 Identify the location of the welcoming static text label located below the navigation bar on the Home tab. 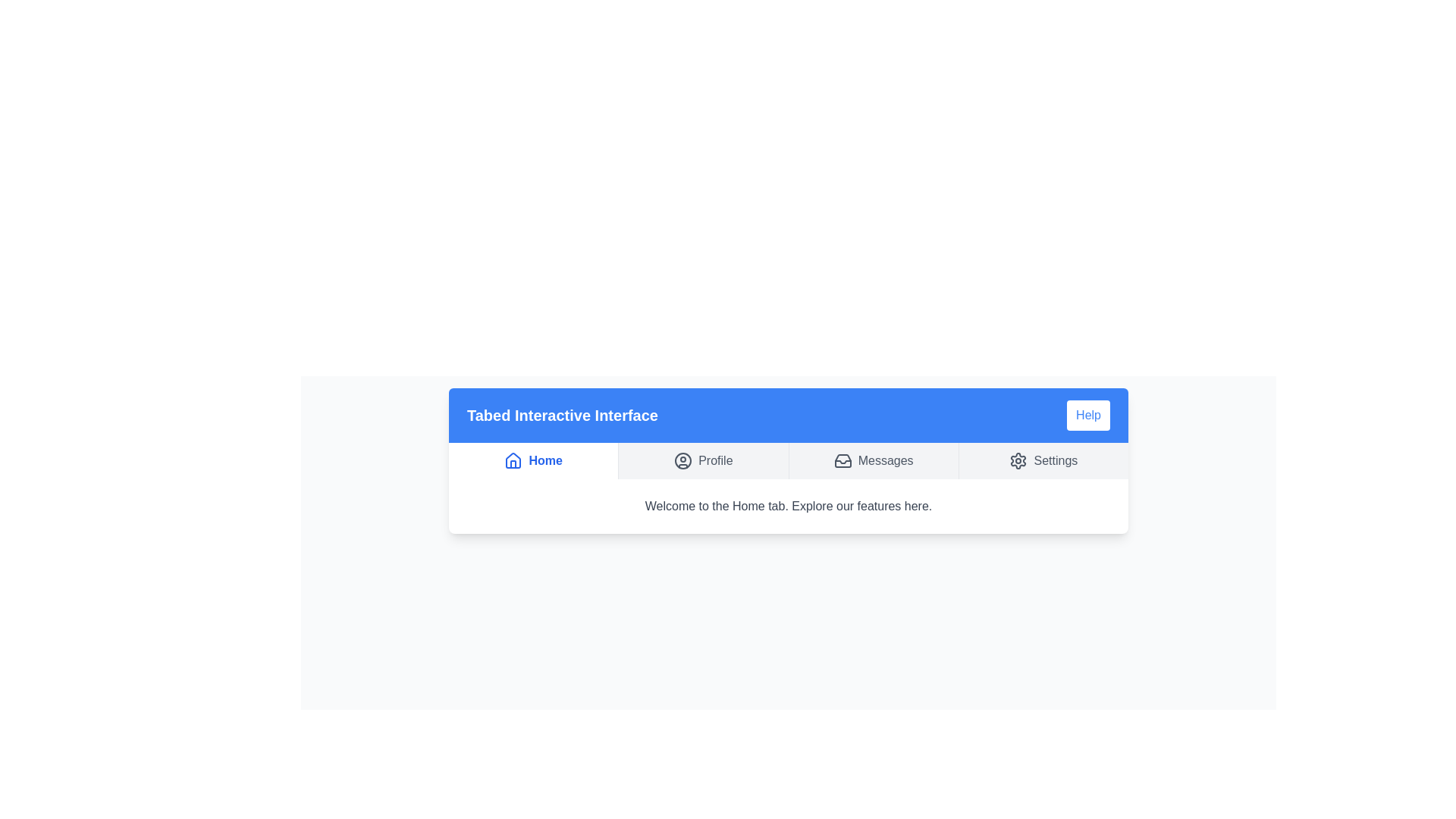
(789, 506).